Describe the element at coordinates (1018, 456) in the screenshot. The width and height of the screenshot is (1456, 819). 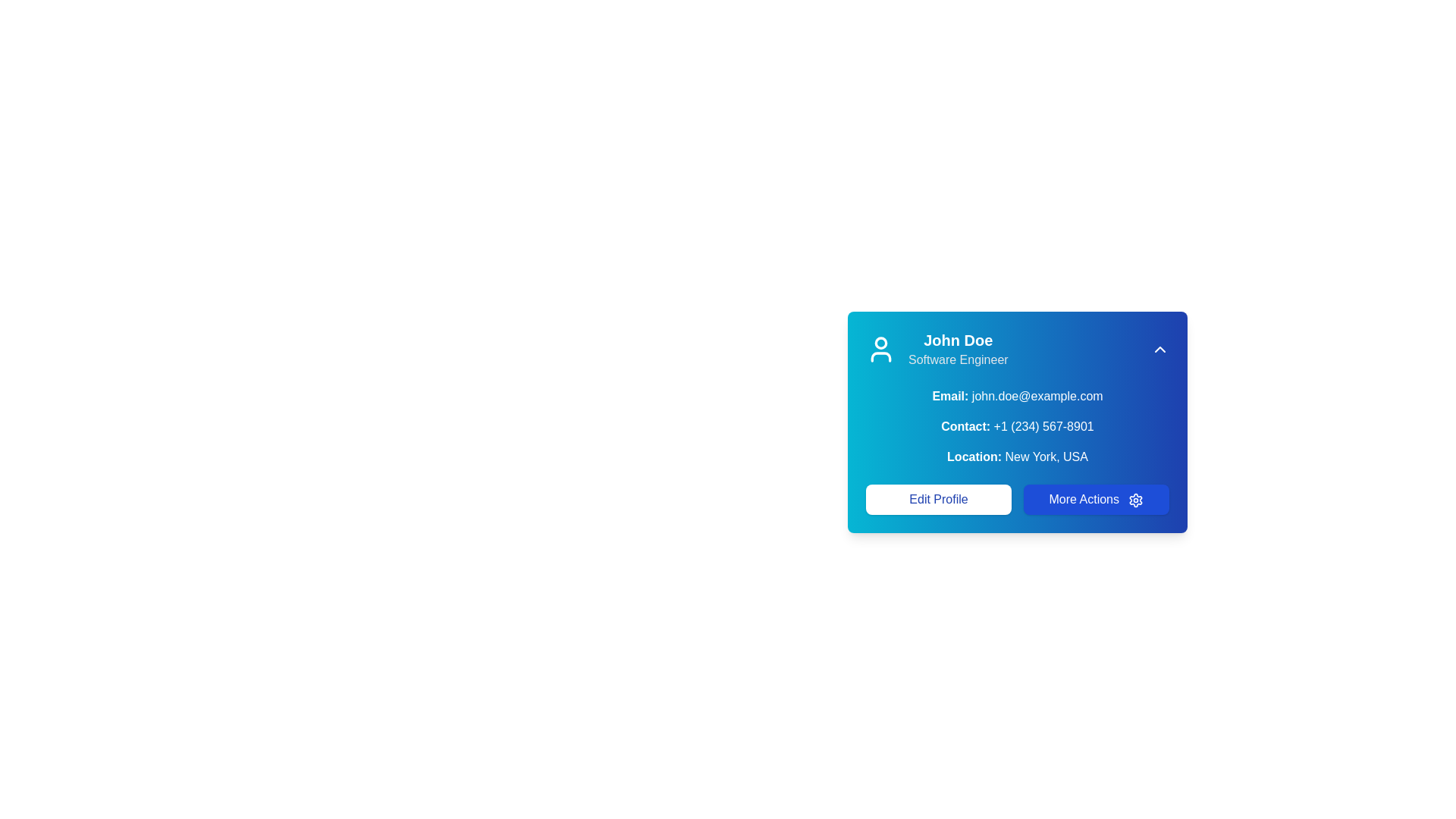
I see `the Location text label displaying 'New York, USA' in the profile card section, which is the third element in a vertical list of information fields` at that location.